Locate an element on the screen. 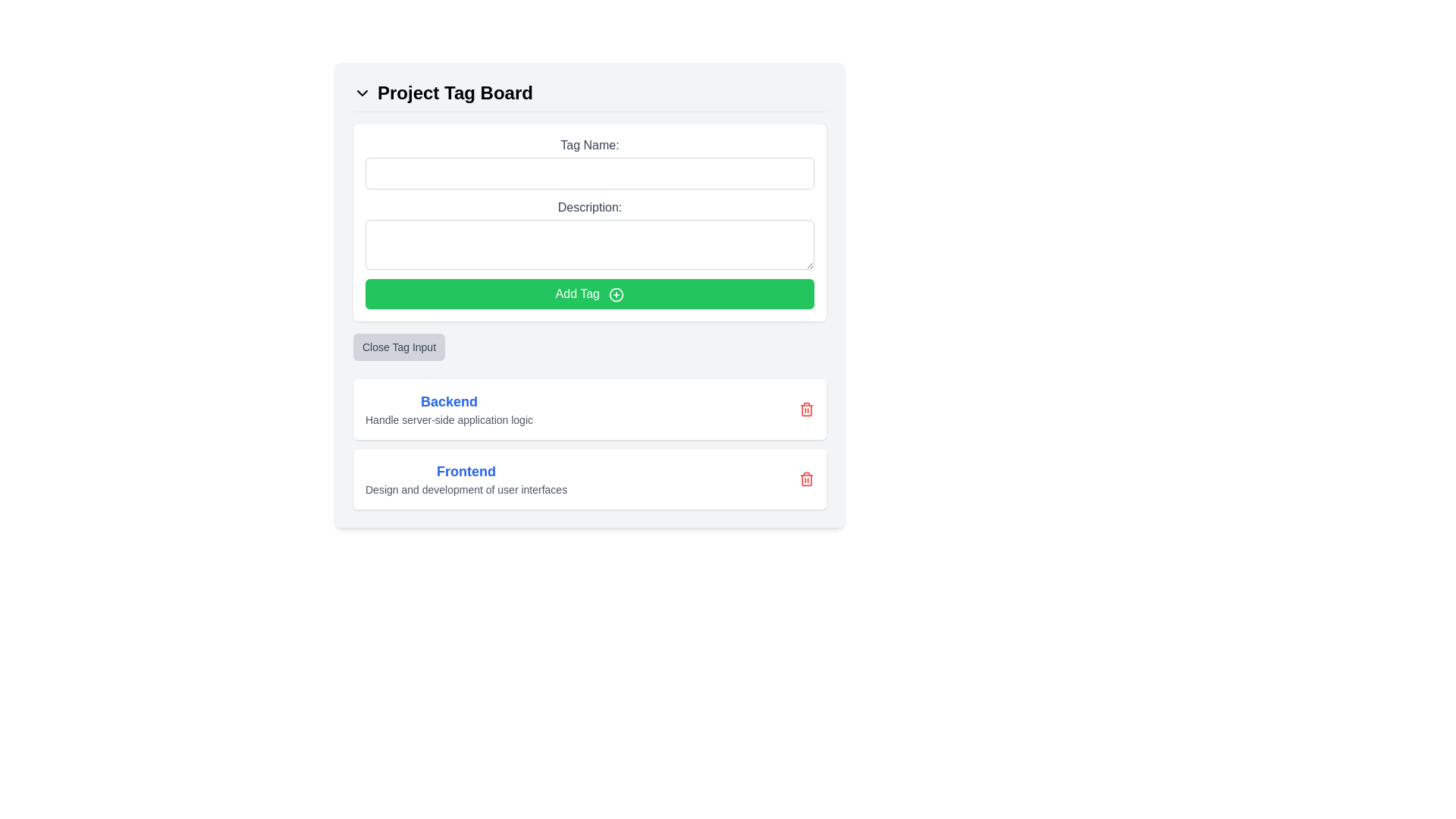 This screenshot has height=819, width=1456. the 'Backend' Text Label is located at coordinates (448, 409).